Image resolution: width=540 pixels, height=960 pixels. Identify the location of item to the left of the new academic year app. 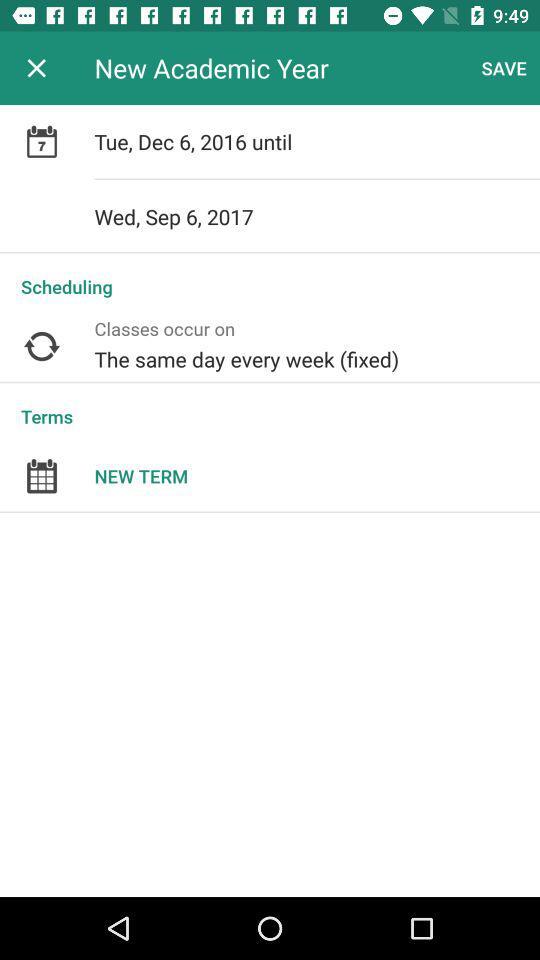
(36, 68).